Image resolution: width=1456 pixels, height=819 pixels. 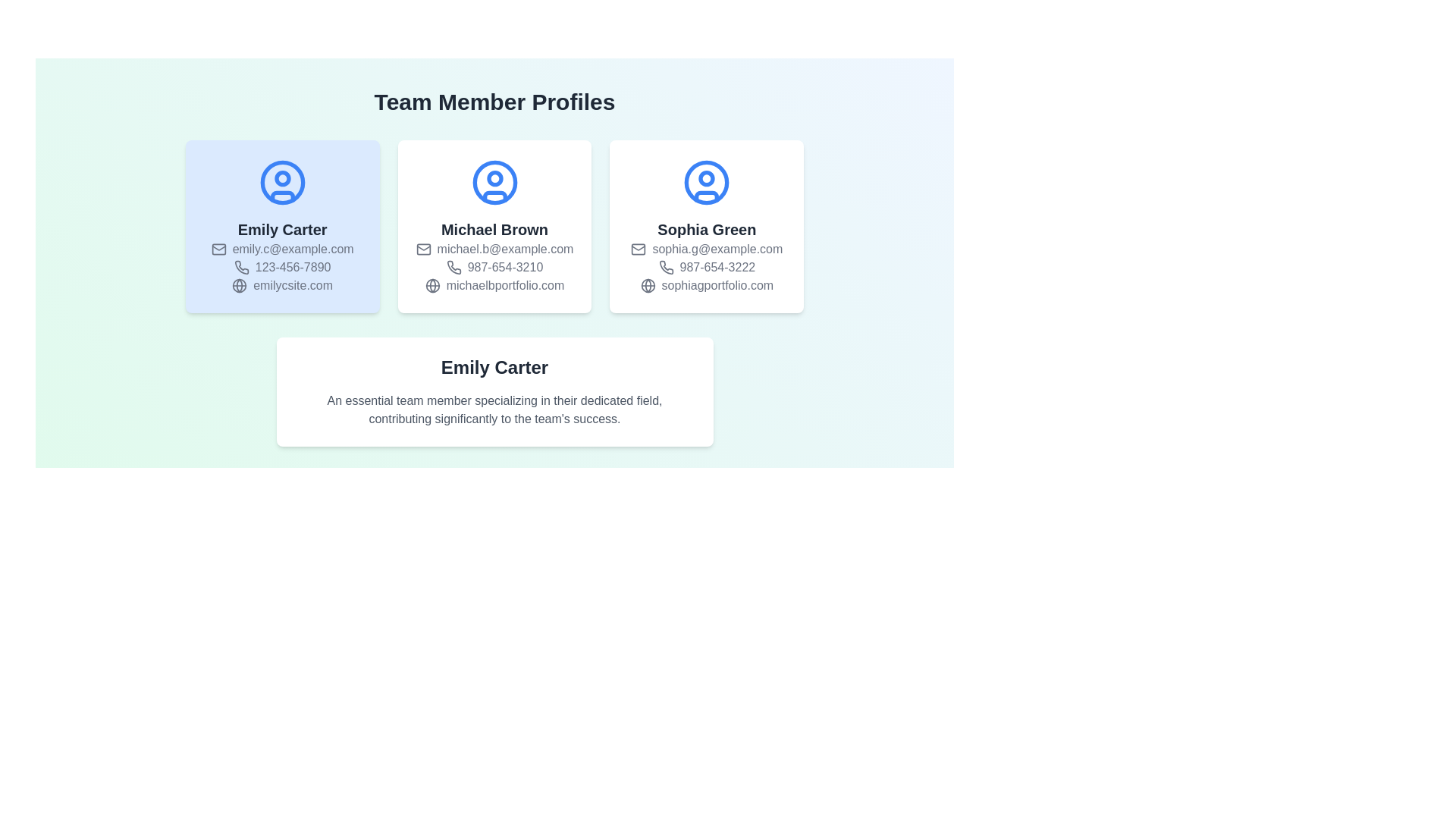 What do you see at coordinates (494, 248) in the screenshot?
I see `the text element displaying the email address 'michael.b@example.com' with the accompanying mail icon, located below 'Michael Brown' and above '987-654-3210'` at bounding box center [494, 248].